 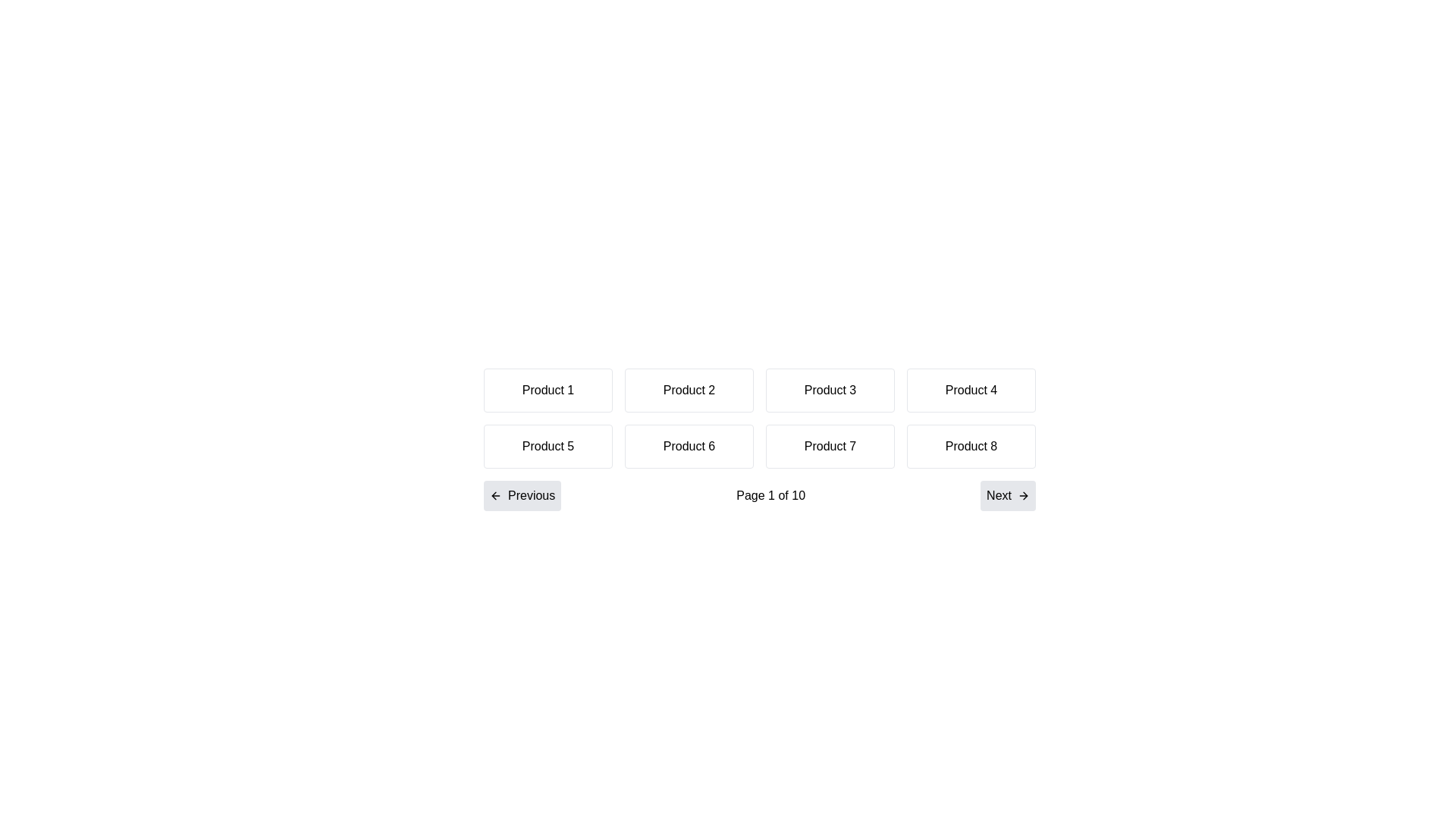 I want to click on the left-pointing arrow icon in the navigation bar, so click(x=494, y=496).